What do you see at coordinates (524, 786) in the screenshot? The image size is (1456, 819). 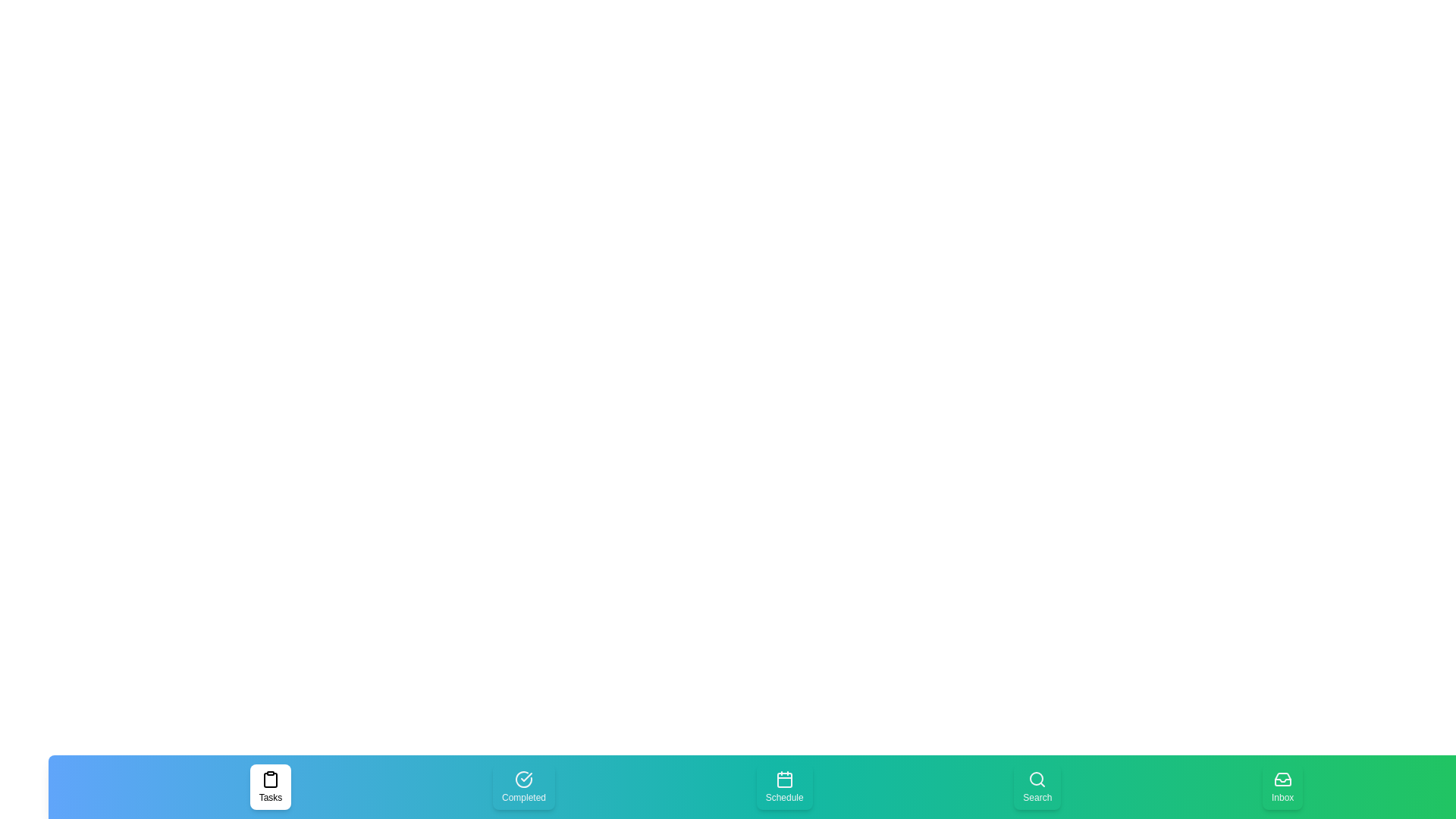 I see `the Completed tab to select it` at bounding box center [524, 786].